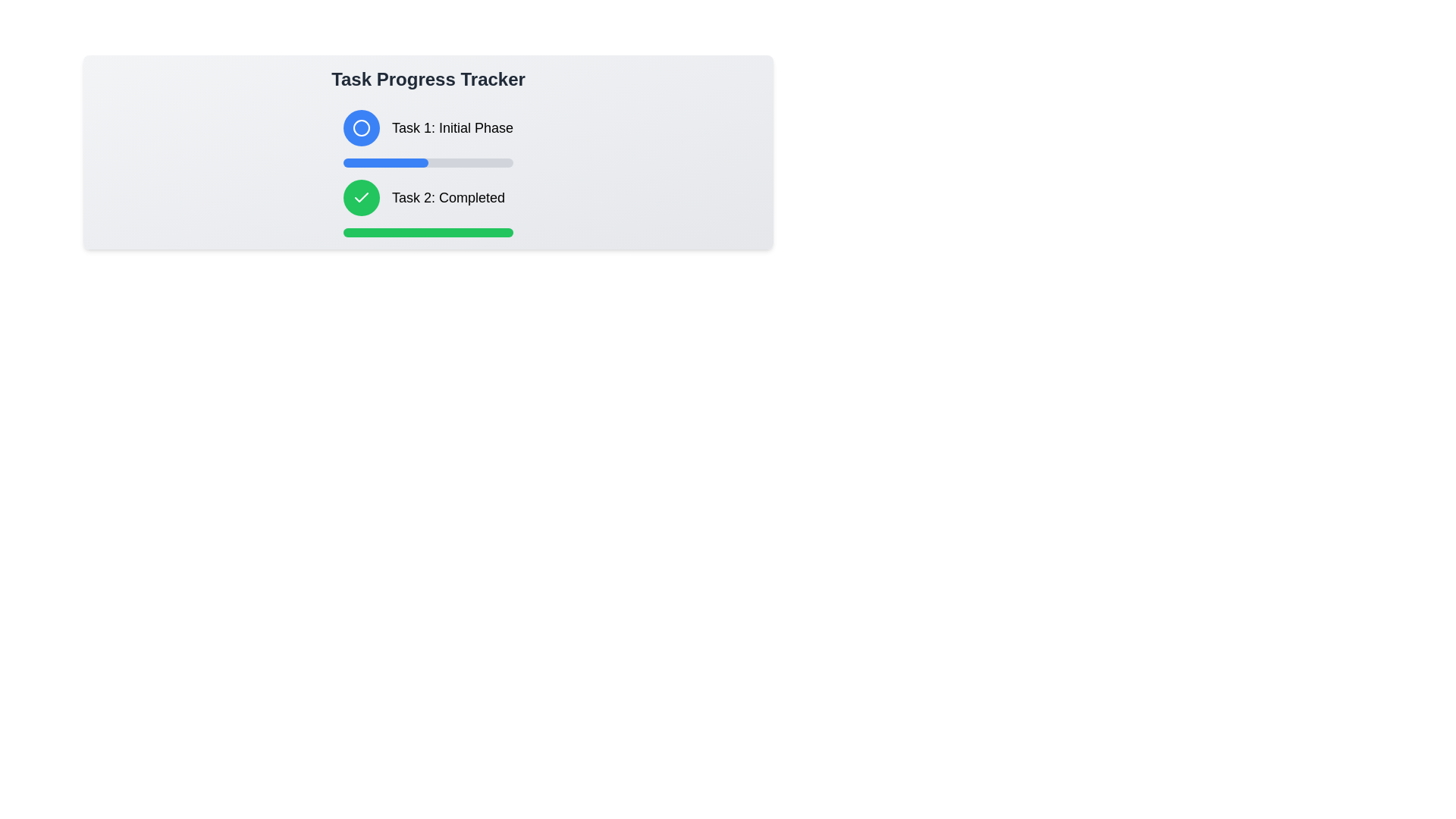 The image size is (1456, 819). I want to click on the icon associated with 'Task 1: Initial Phase' to interact with it, so click(360, 127).